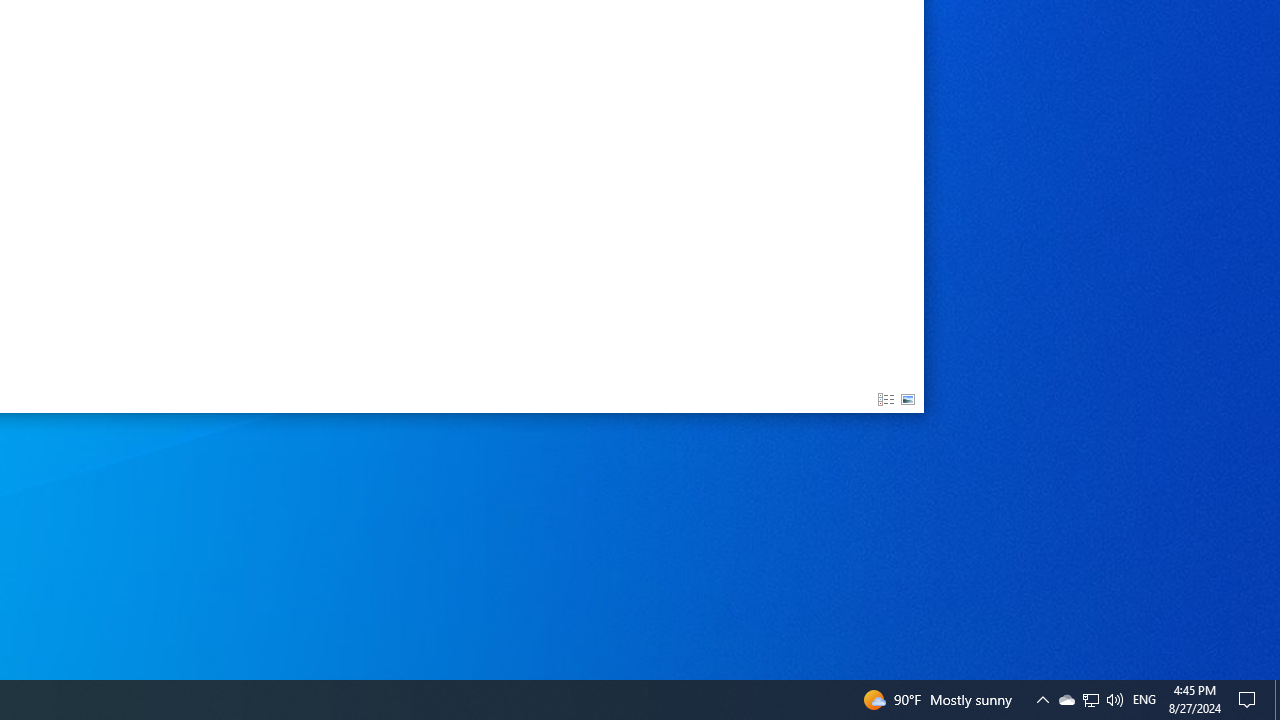 The height and width of the screenshot is (720, 1280). Describe the element at coordinates (1065, 698) in the screenshot. I see `'Notification Chevron'` at that location.